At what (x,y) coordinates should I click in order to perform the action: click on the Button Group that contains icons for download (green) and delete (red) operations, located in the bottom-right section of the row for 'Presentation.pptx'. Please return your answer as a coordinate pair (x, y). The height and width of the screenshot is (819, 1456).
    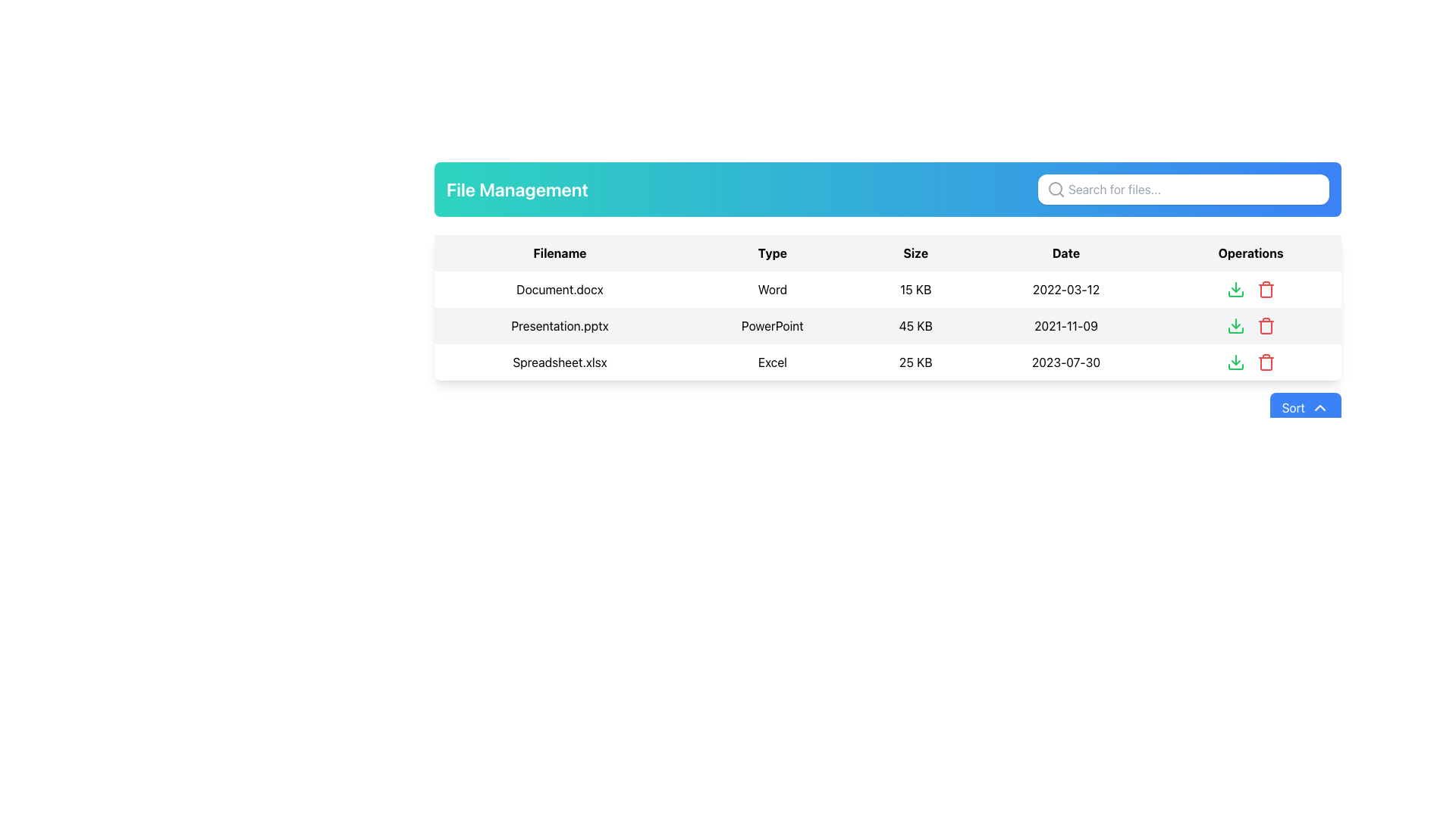
    Looking at the image, I should click on (1250, 325).